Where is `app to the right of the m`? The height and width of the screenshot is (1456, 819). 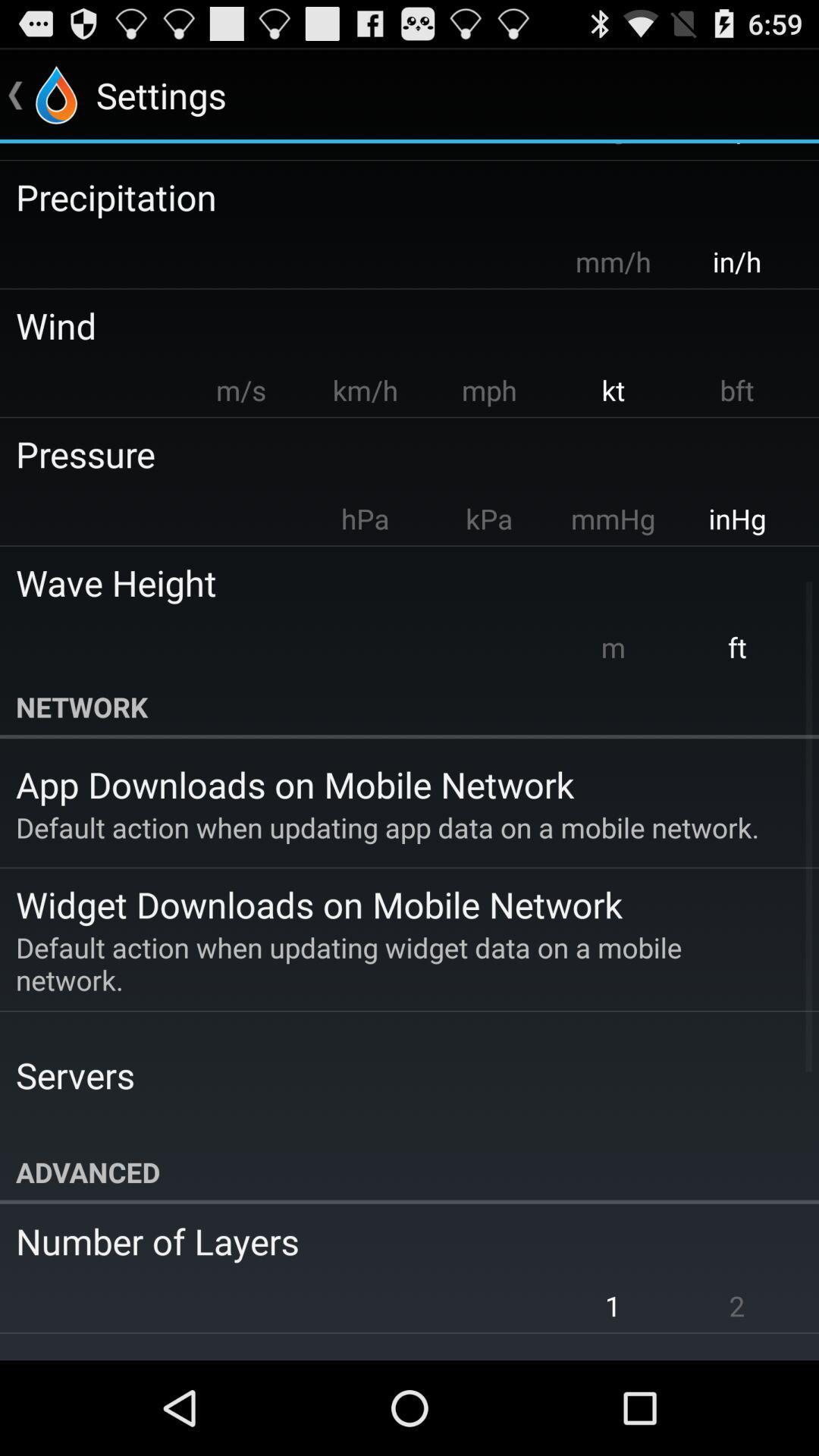
app to the right of the m is located at coordinates (736, 647).